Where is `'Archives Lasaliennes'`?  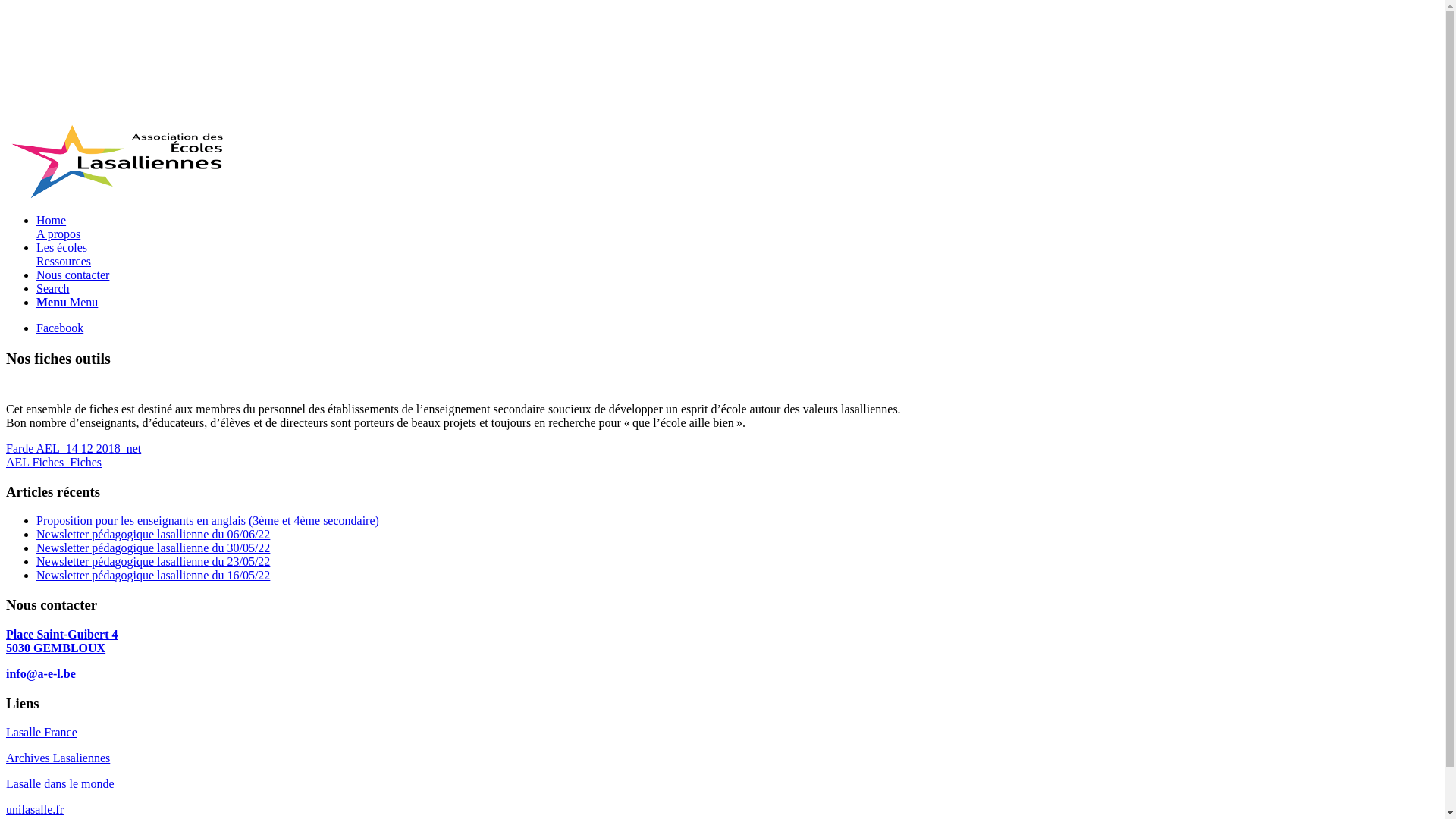
'Archives Lasaliennes' is located at coordinates (58, 758).